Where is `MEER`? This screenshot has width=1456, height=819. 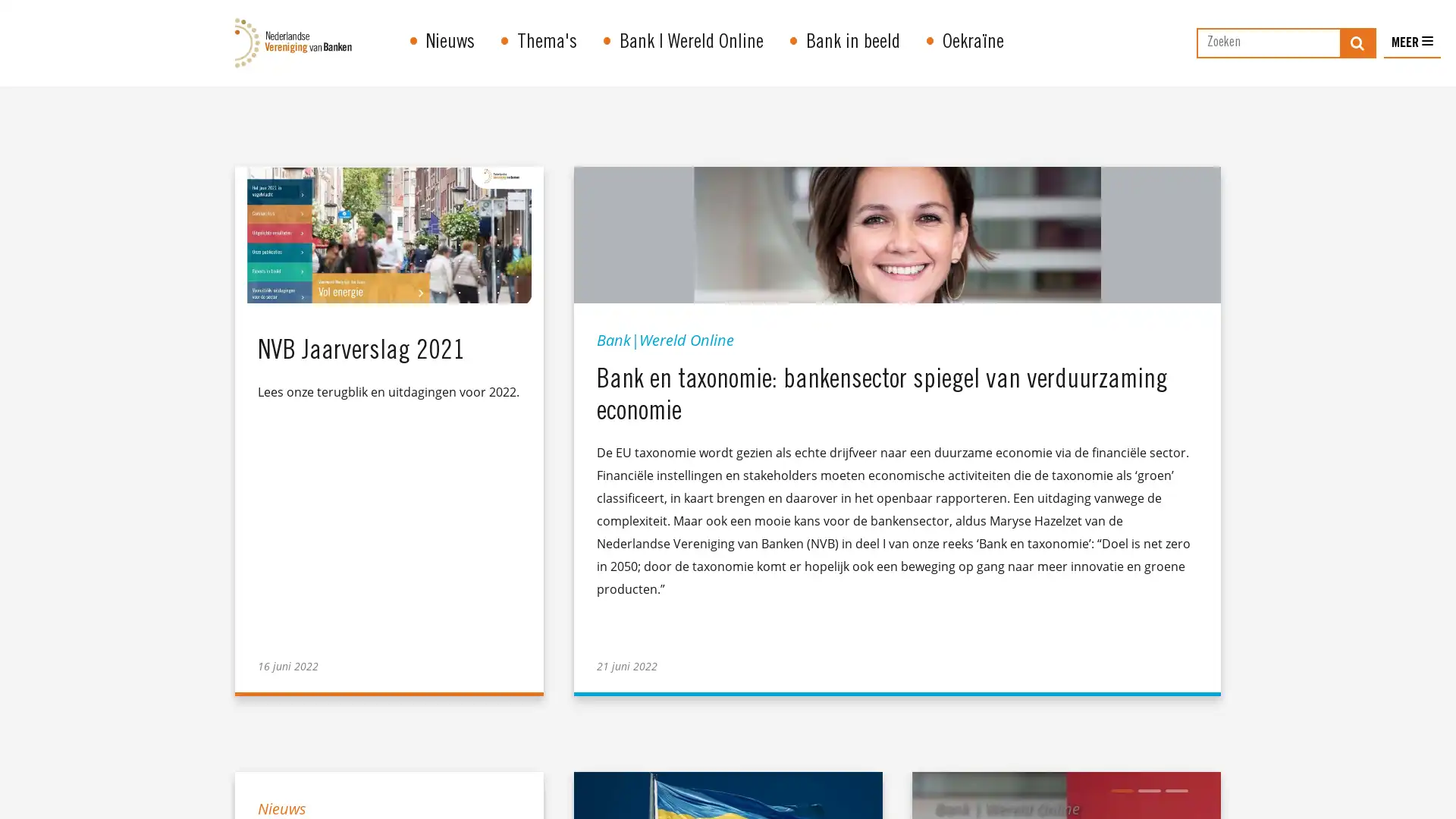
MEER is located at coordinates (1411, 58).